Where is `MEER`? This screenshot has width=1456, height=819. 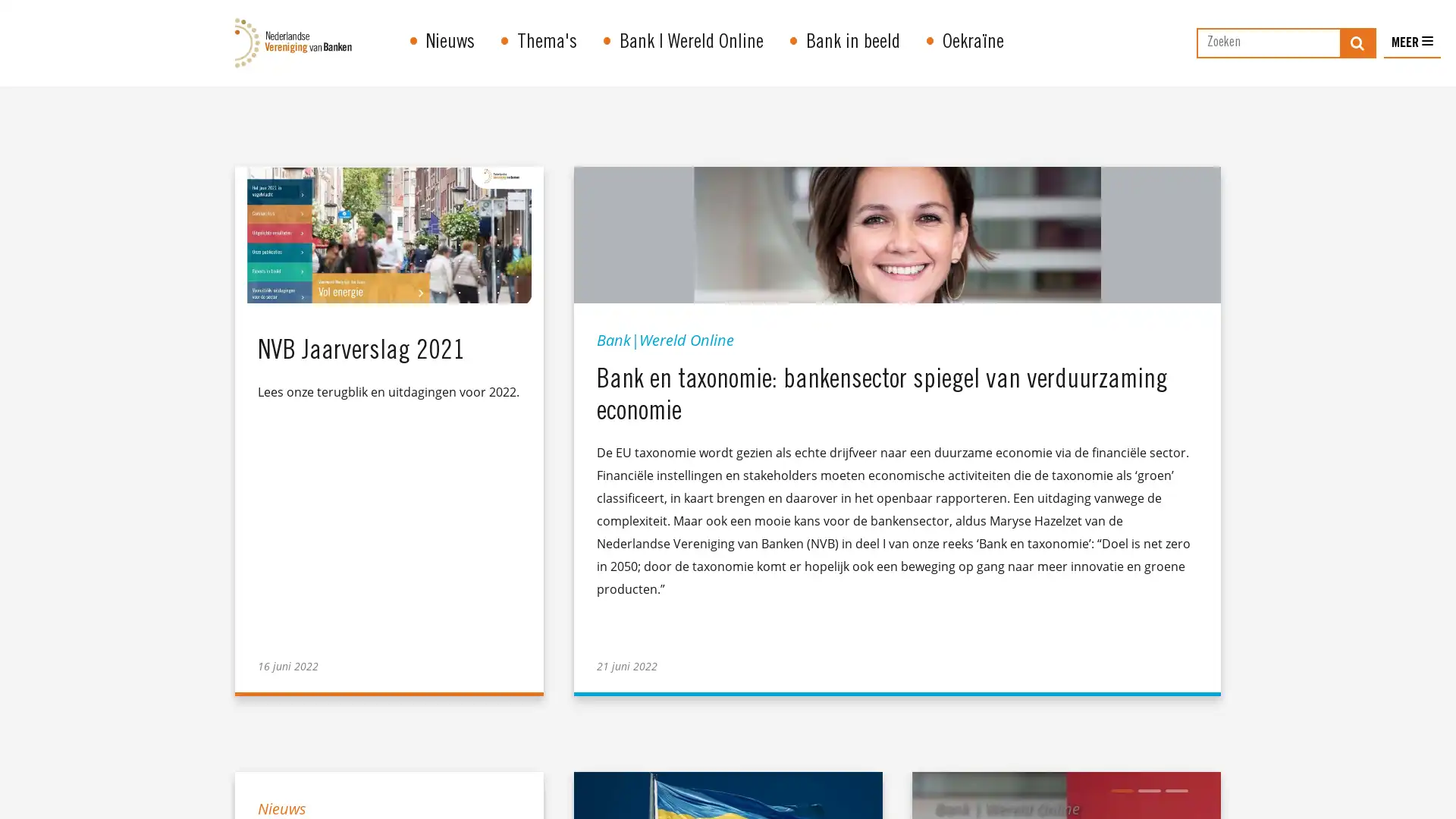
MEER is located at coordinates (1411, 58).